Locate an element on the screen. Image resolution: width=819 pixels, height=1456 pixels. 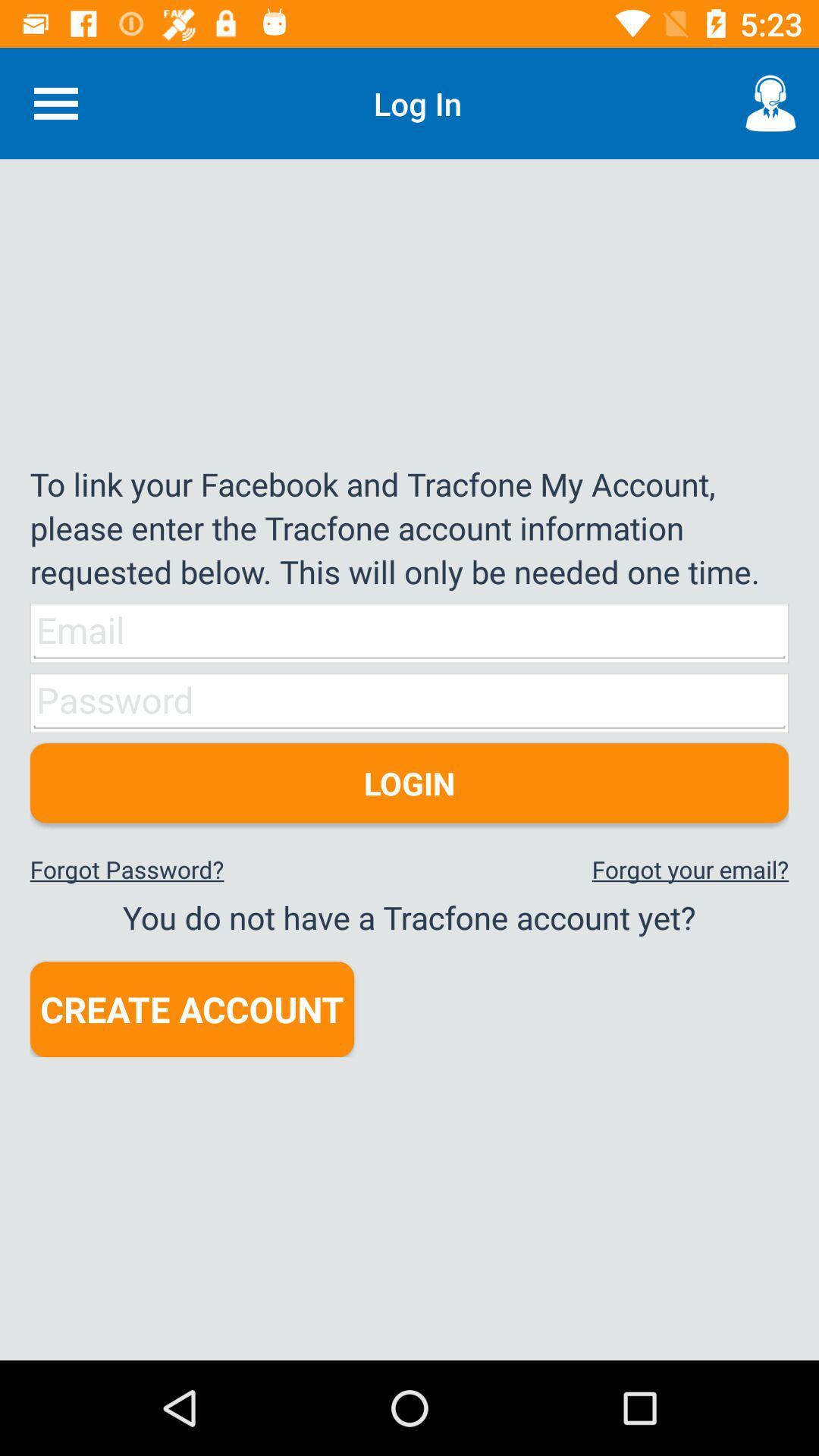
the create account icon is located at coordinates (191, 1009).